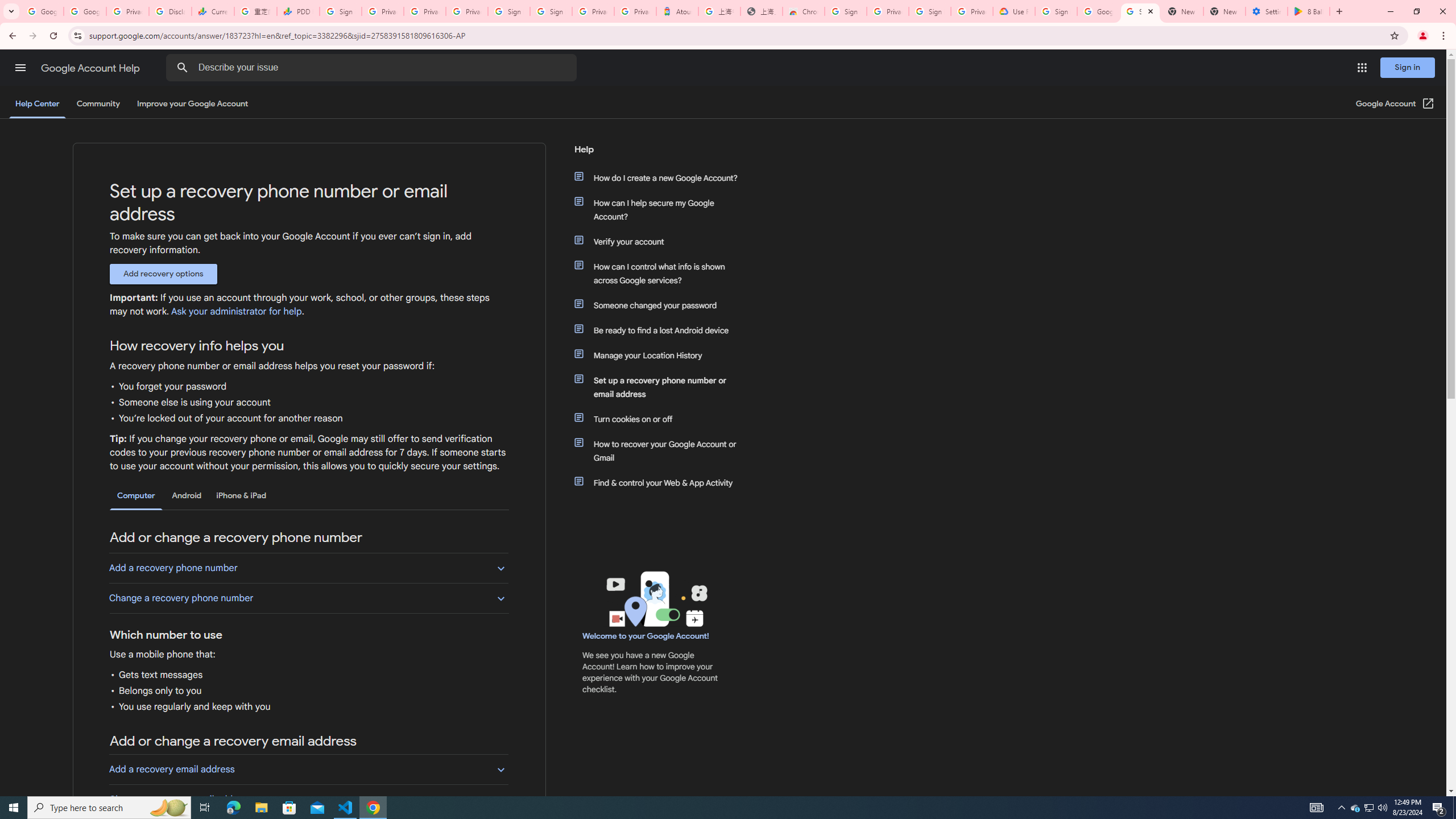 This screenshot has height=819, width=1456. Describe the element at coordinates (655, 599) in the screenshot. I see `'Learning Center home page image'` at that location.